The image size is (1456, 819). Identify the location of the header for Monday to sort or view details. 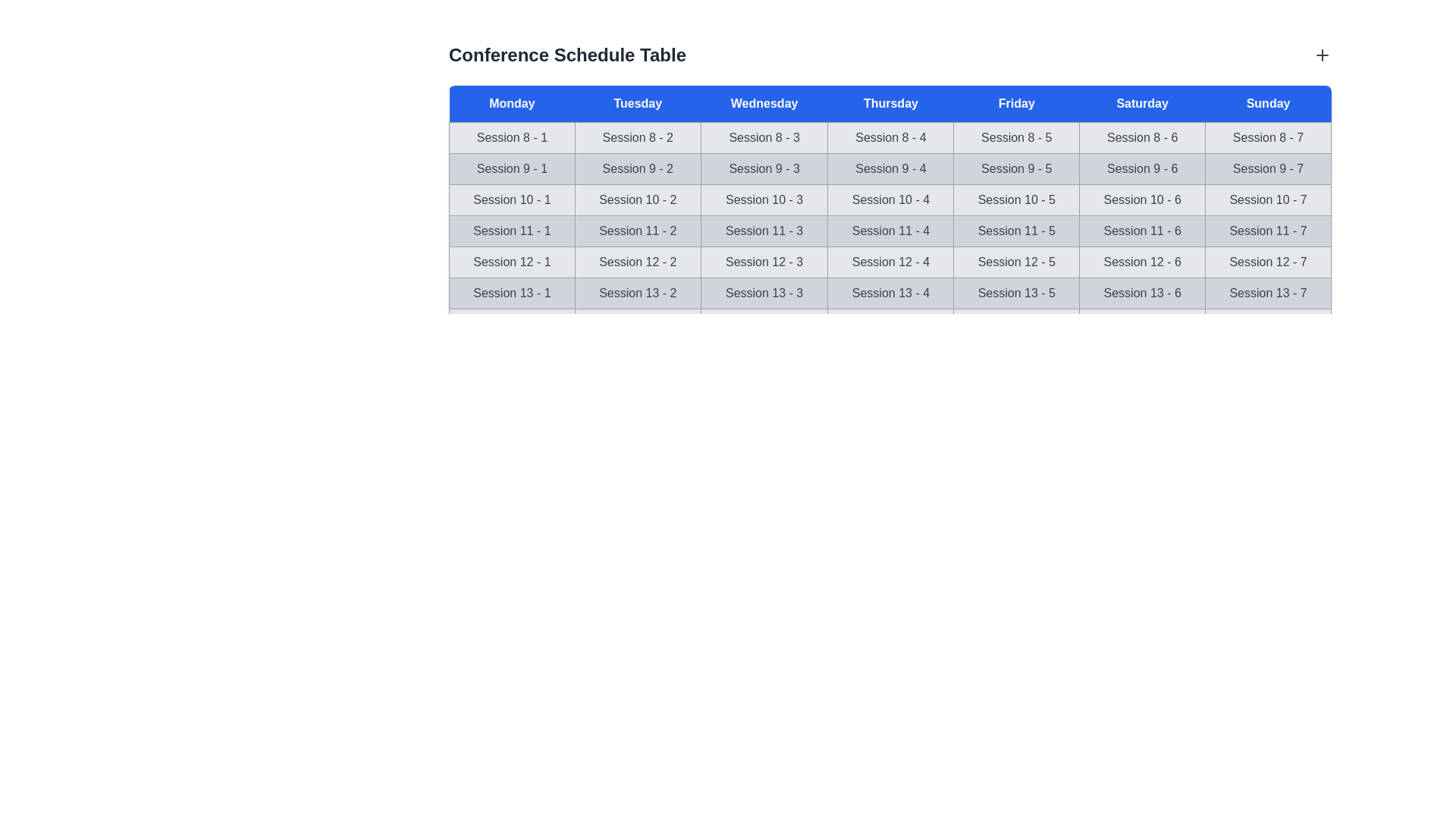
(512, 103).